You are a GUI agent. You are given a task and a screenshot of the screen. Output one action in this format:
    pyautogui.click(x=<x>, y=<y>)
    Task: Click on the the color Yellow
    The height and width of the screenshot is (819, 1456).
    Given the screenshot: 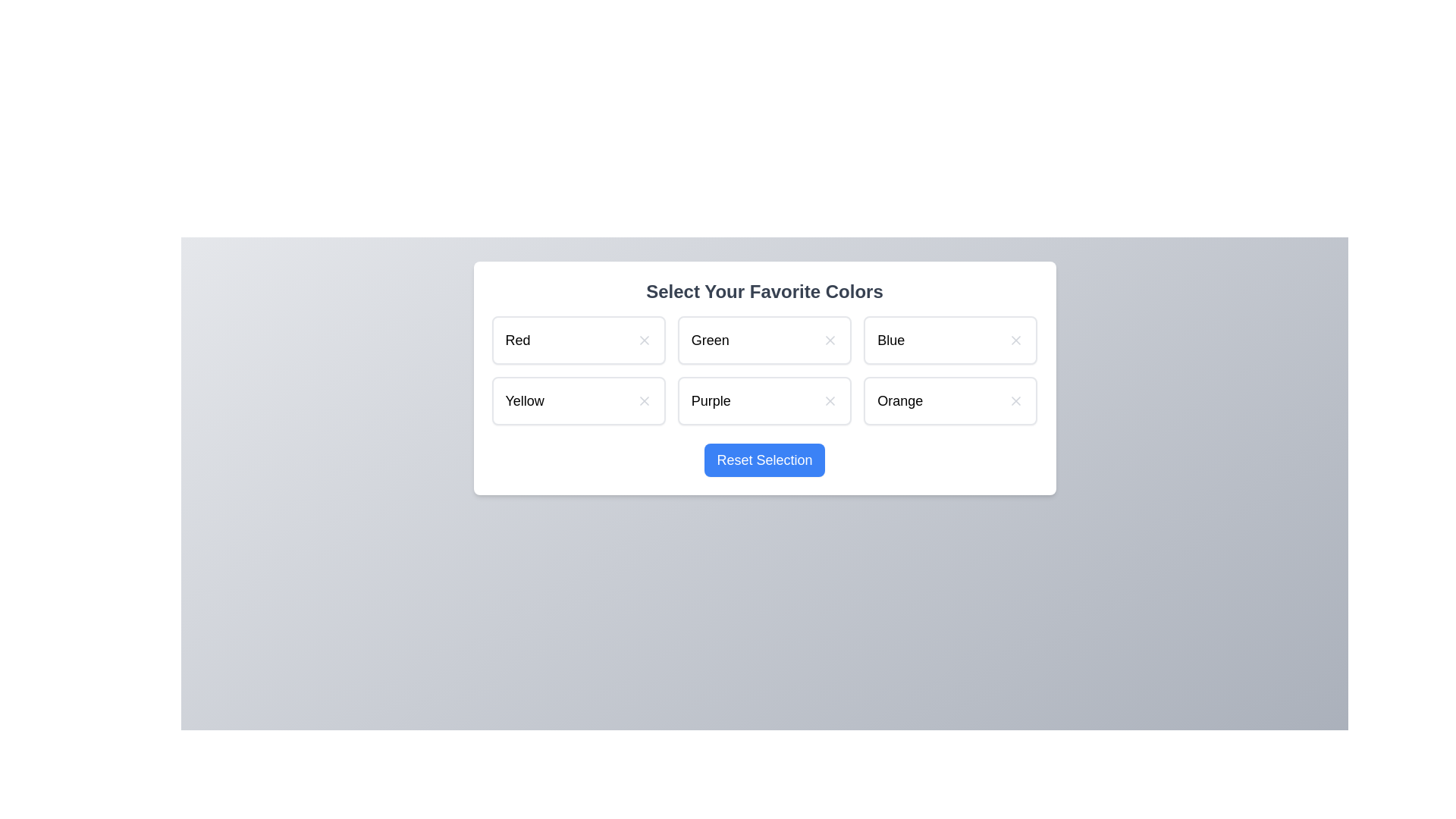 What is the action you would take?
    pyautogui.click(x=578, y=400)
    